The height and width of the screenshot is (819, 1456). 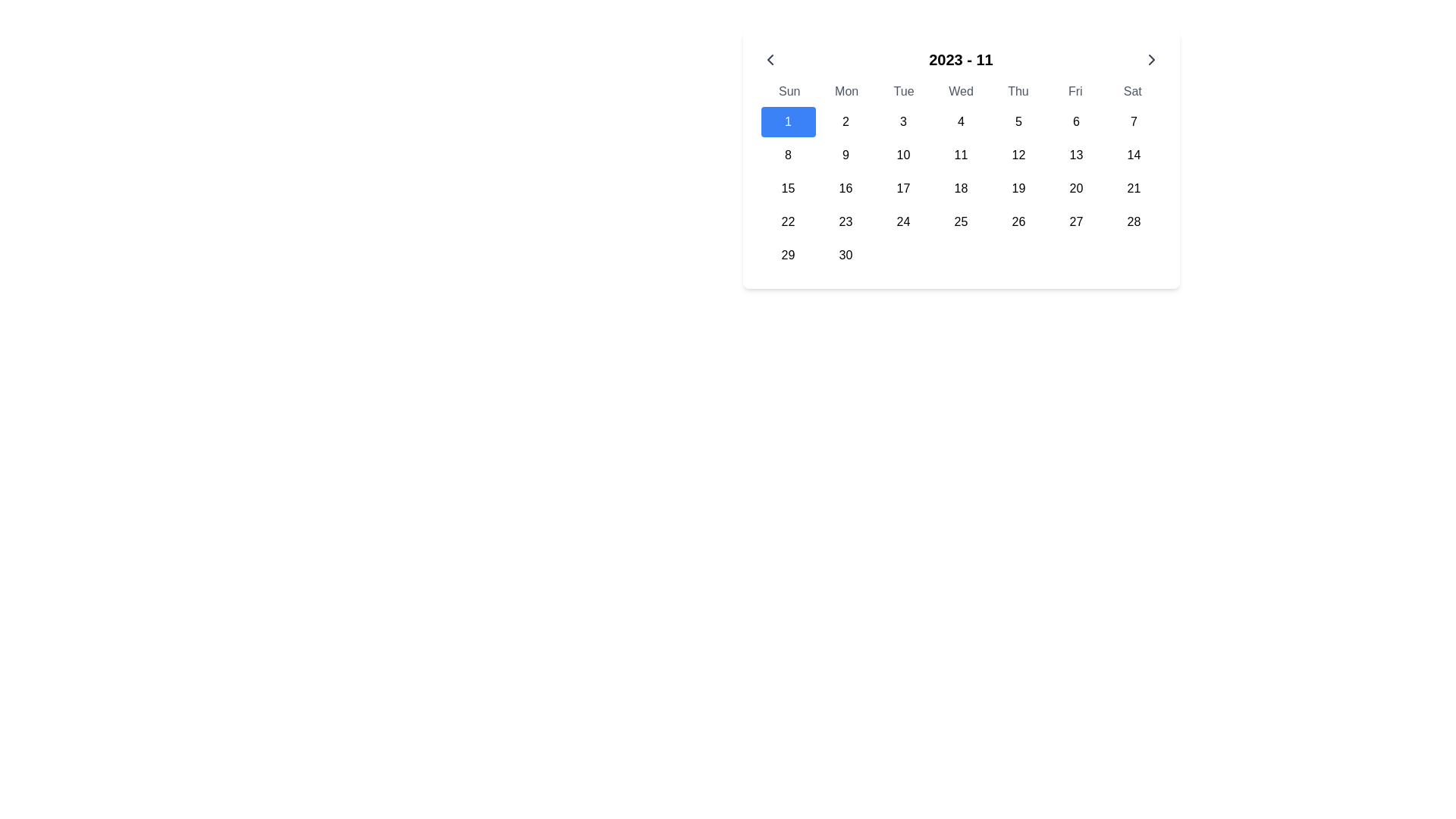 What do you see at coordinates (1075, 91) in the screenshot?
I see `the static text label displaying 'Fri', which is part of a calendar interface, positioned between 'Thu' and 'Sat'` at bounding box center [1075, 91].